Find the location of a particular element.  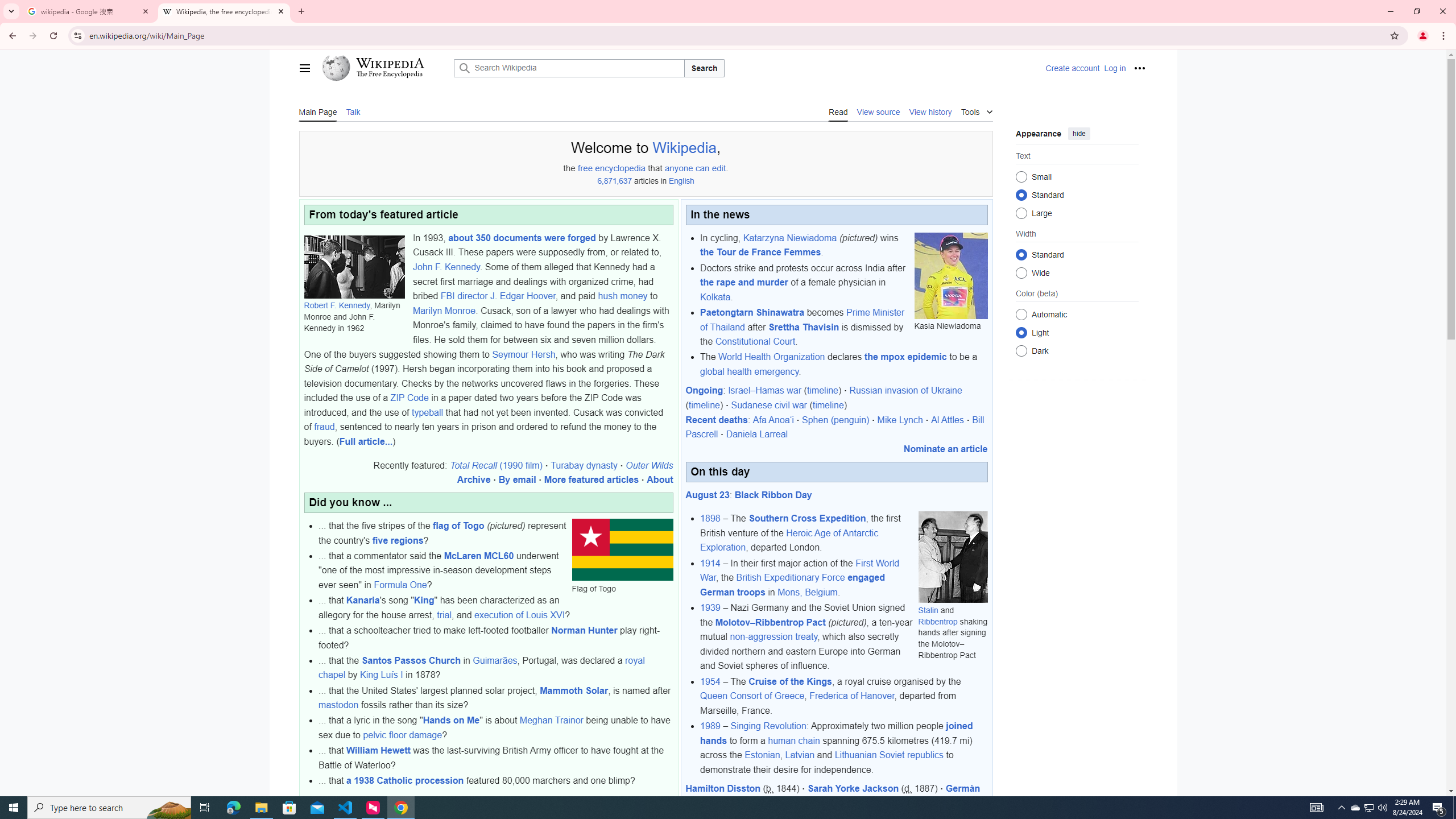

'Meghan Trainor' is located at coordinates (552, 721).